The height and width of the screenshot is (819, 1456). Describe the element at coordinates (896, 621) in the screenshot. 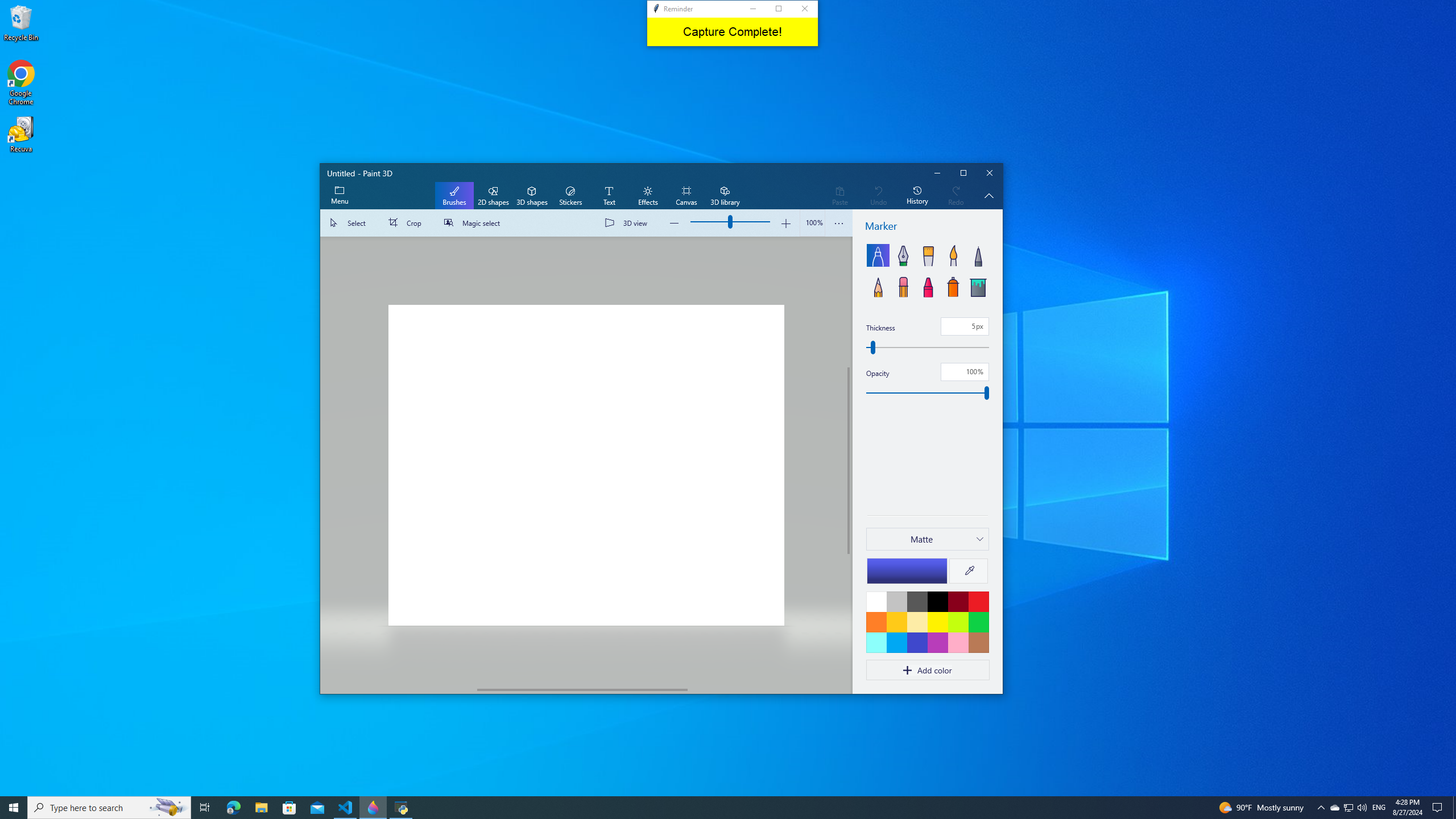

I see `'Gold'` at that location.